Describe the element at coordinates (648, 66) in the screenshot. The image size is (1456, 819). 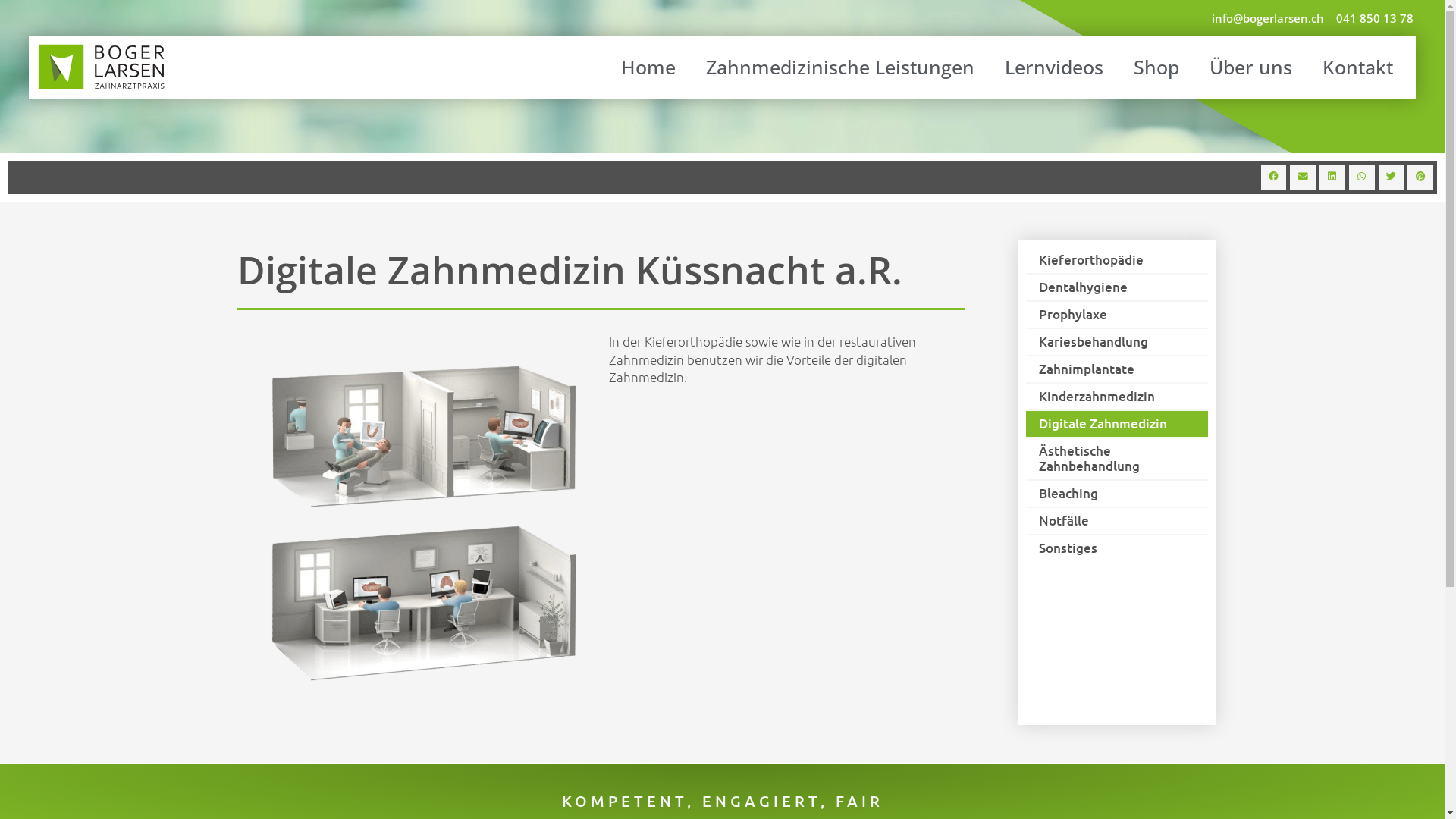
I see `'Home'` at that location.